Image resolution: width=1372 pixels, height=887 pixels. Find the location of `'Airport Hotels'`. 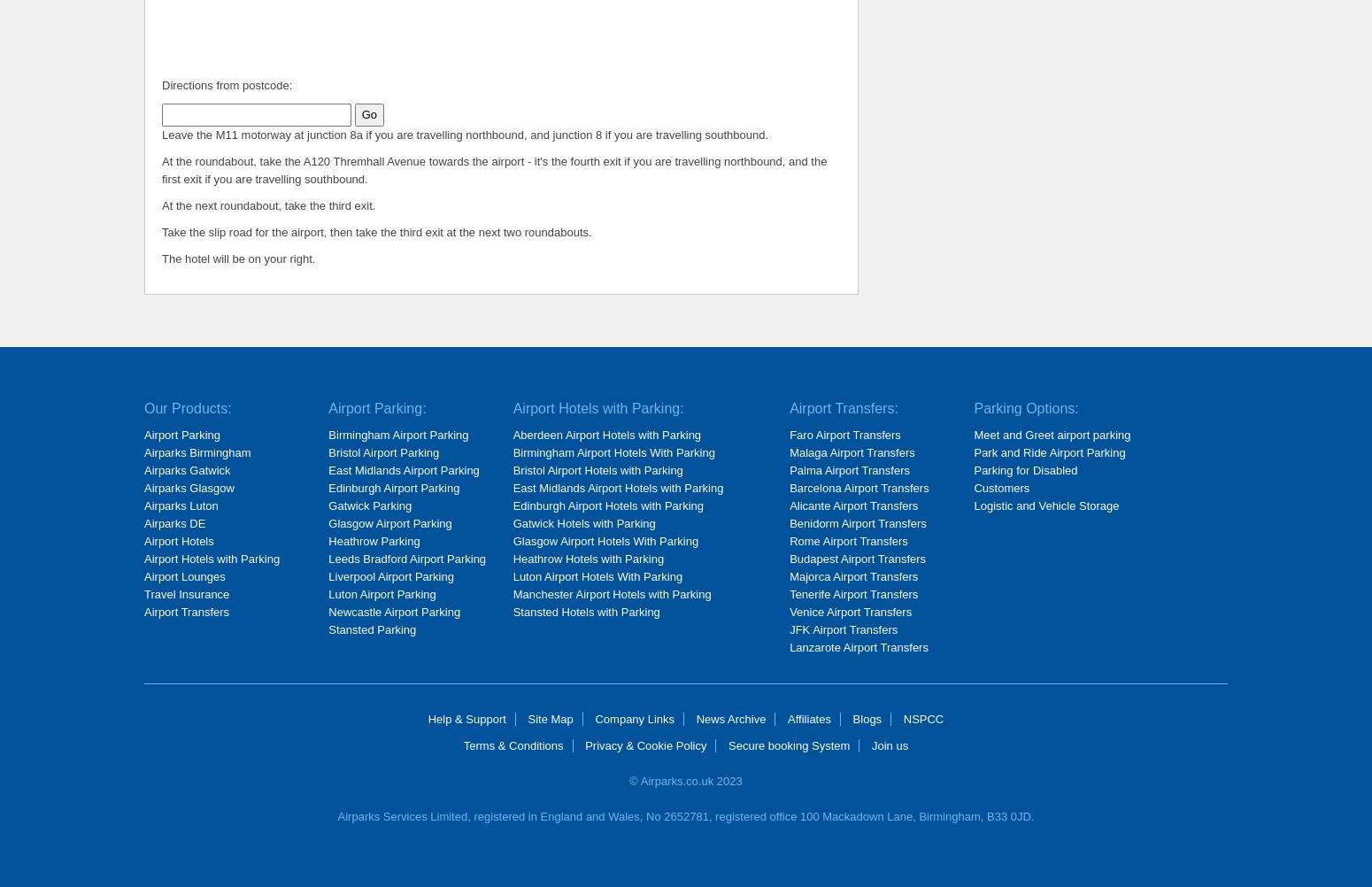

'Airport Hotels' is located at coordinates (177, 540).